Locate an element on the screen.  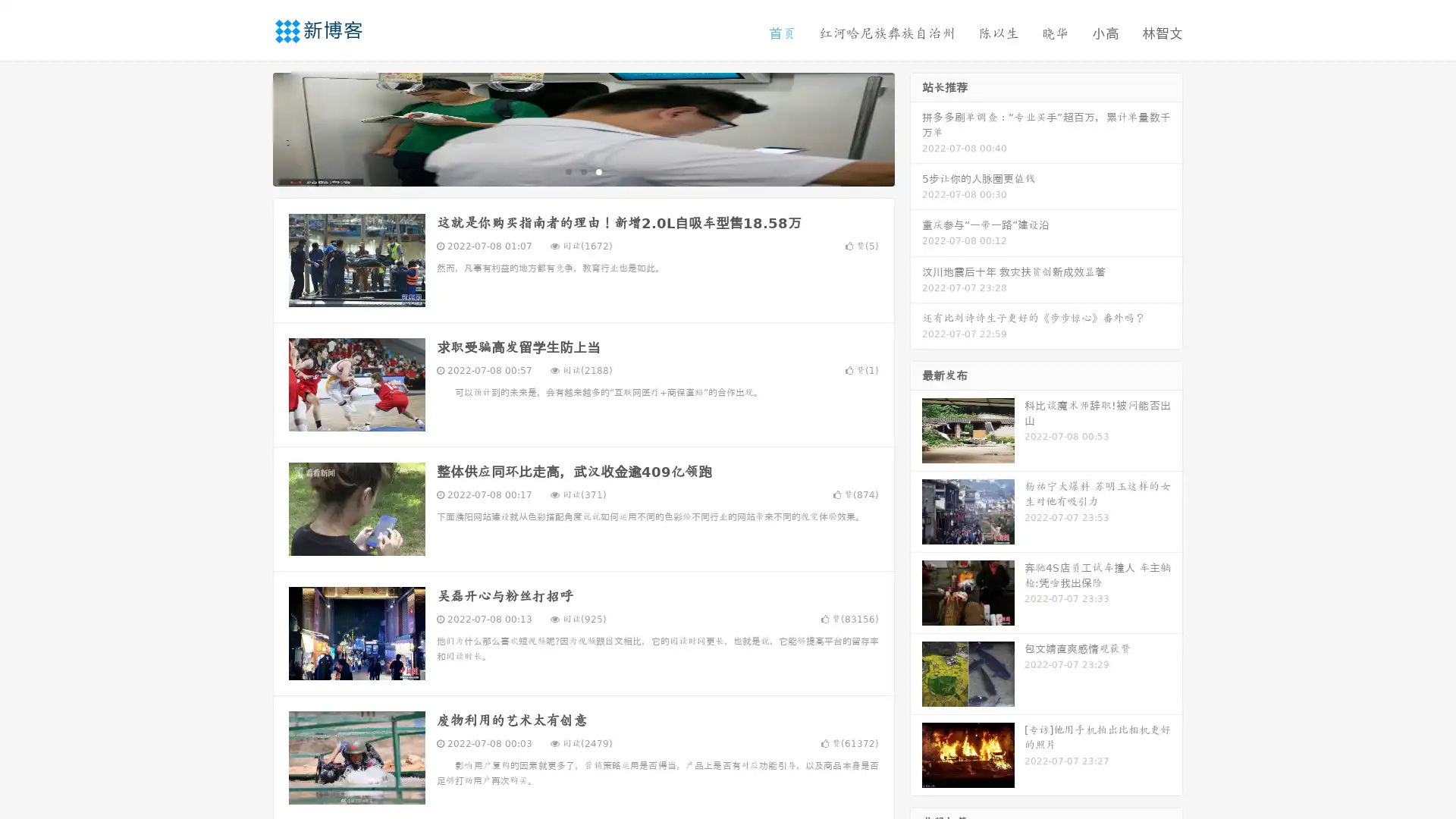
Previous slide is located at coordinates (250, 127).